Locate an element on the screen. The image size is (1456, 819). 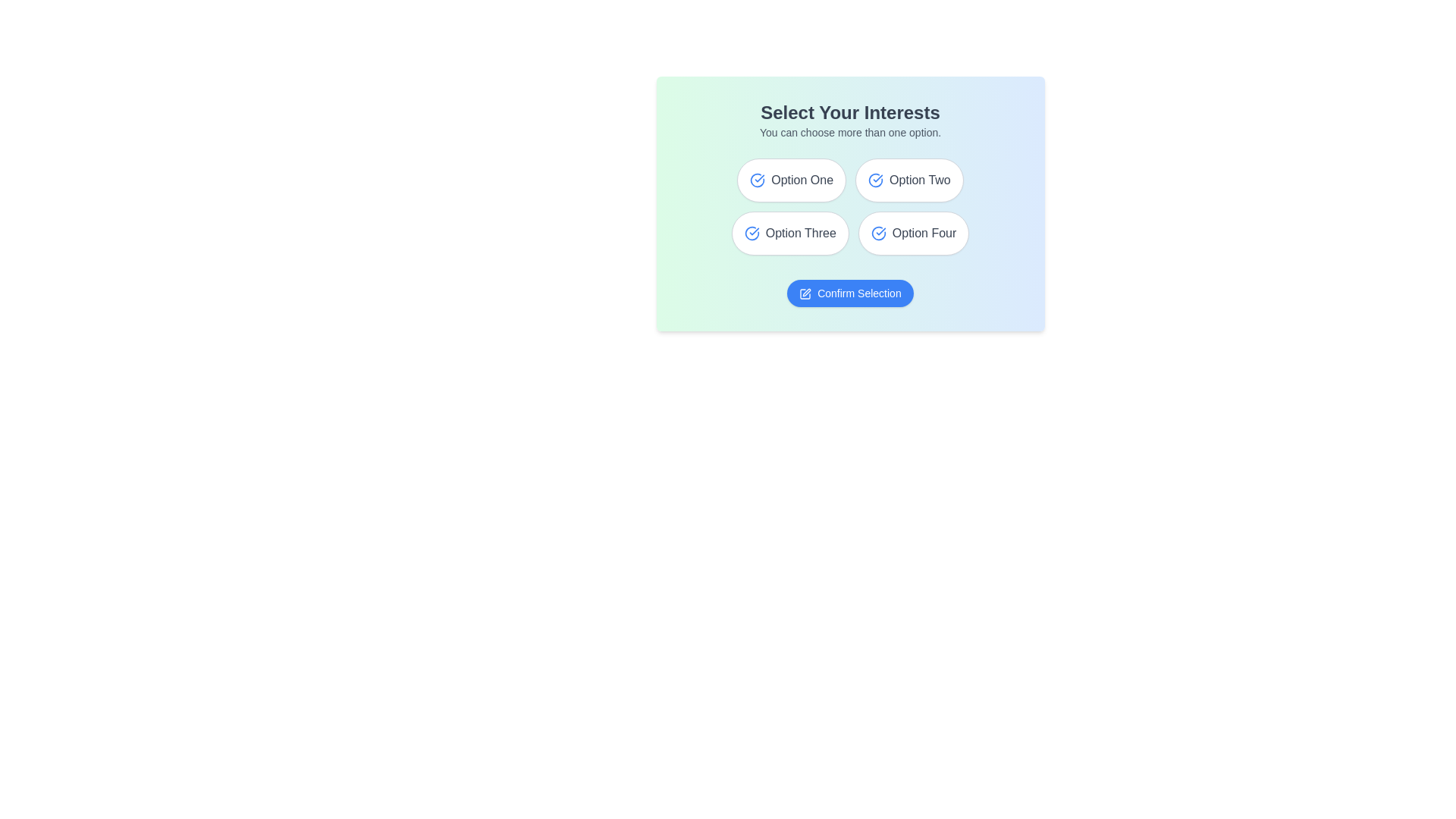
the option Option One to observe the hover effect is located at coordinates (791, 180).